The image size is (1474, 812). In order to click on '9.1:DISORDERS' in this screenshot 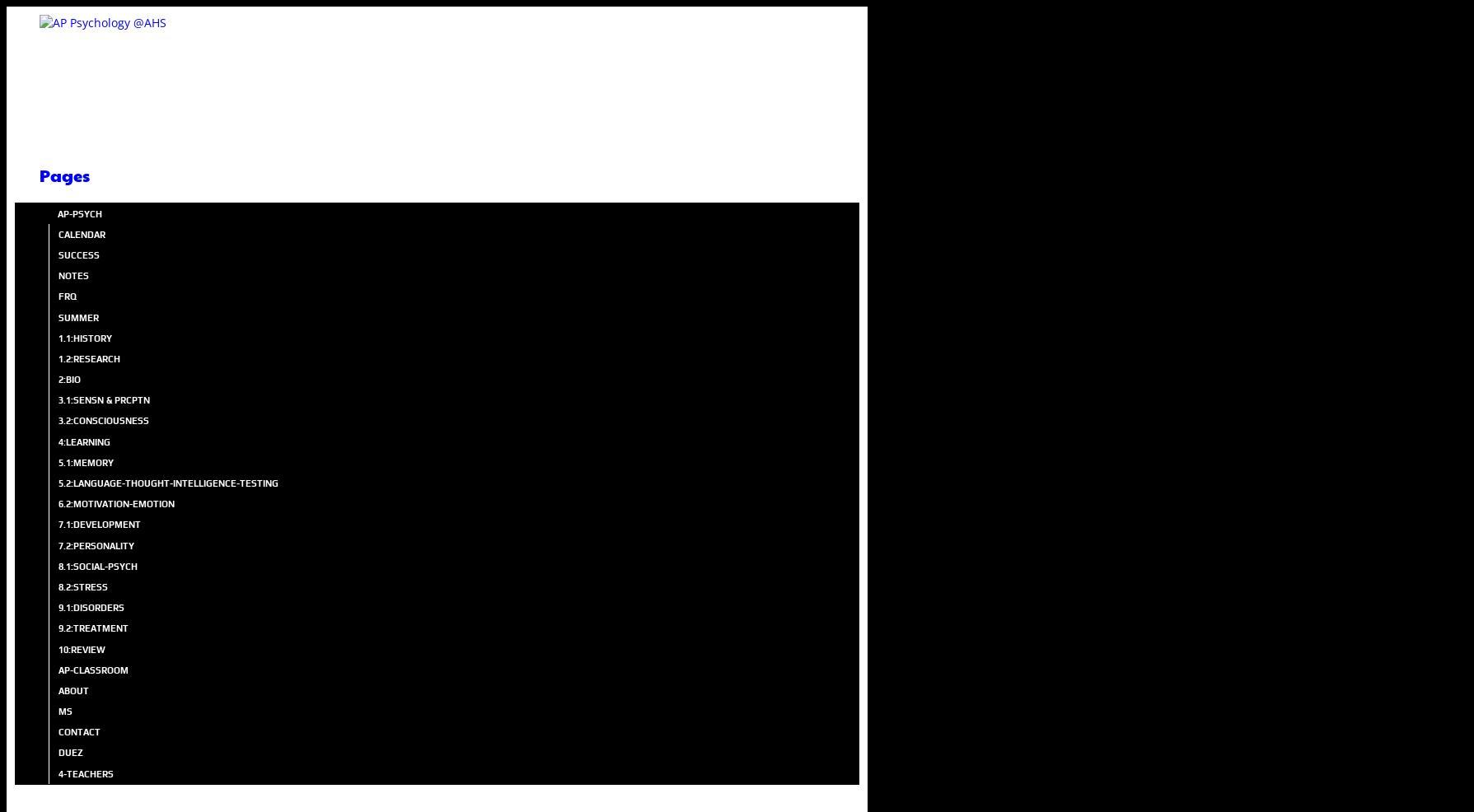, I will do `click(91, 607)`.